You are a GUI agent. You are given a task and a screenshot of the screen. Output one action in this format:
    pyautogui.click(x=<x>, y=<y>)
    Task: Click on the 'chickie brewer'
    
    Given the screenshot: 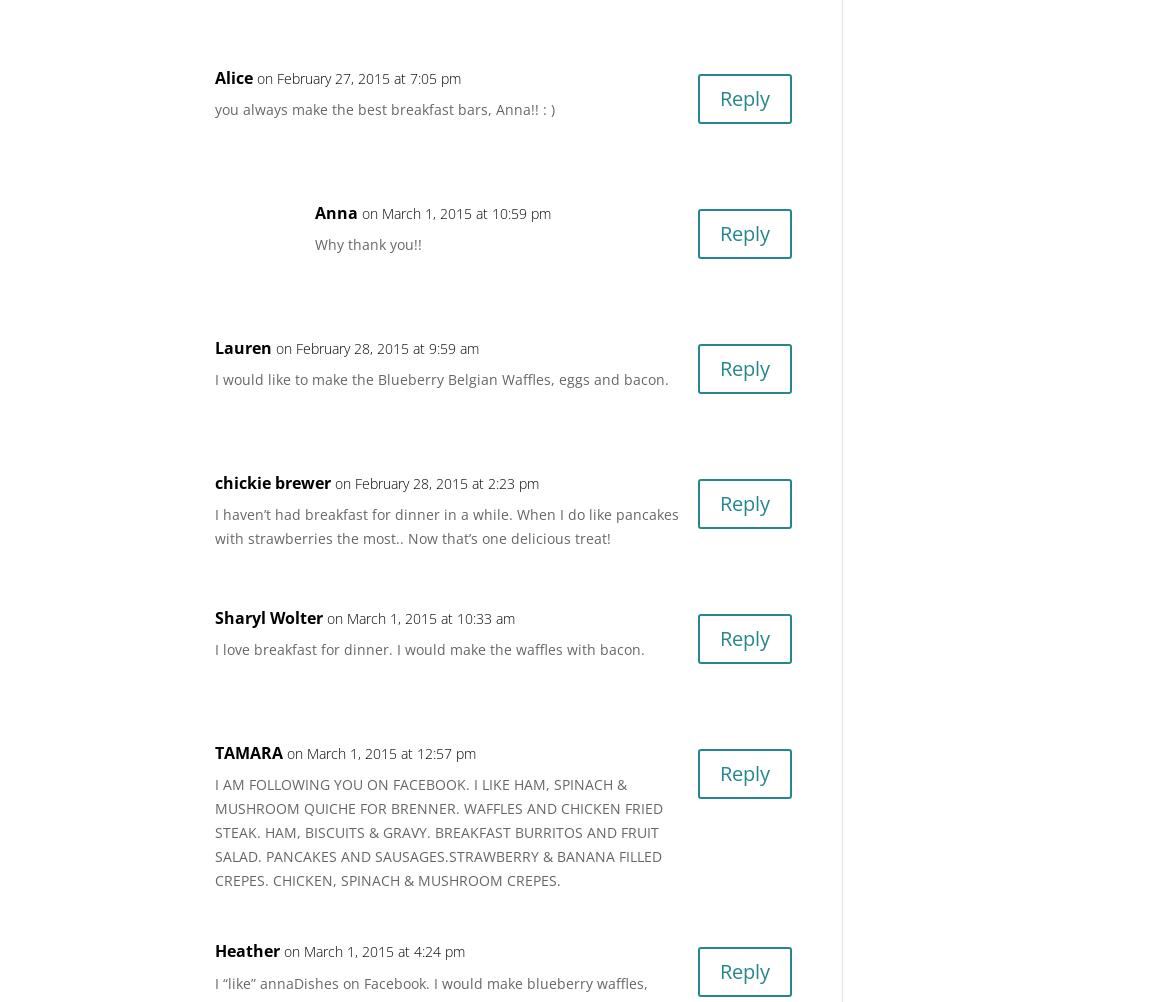 What is the action you would take?
    pyautogui.click(x=272, y=480)
    